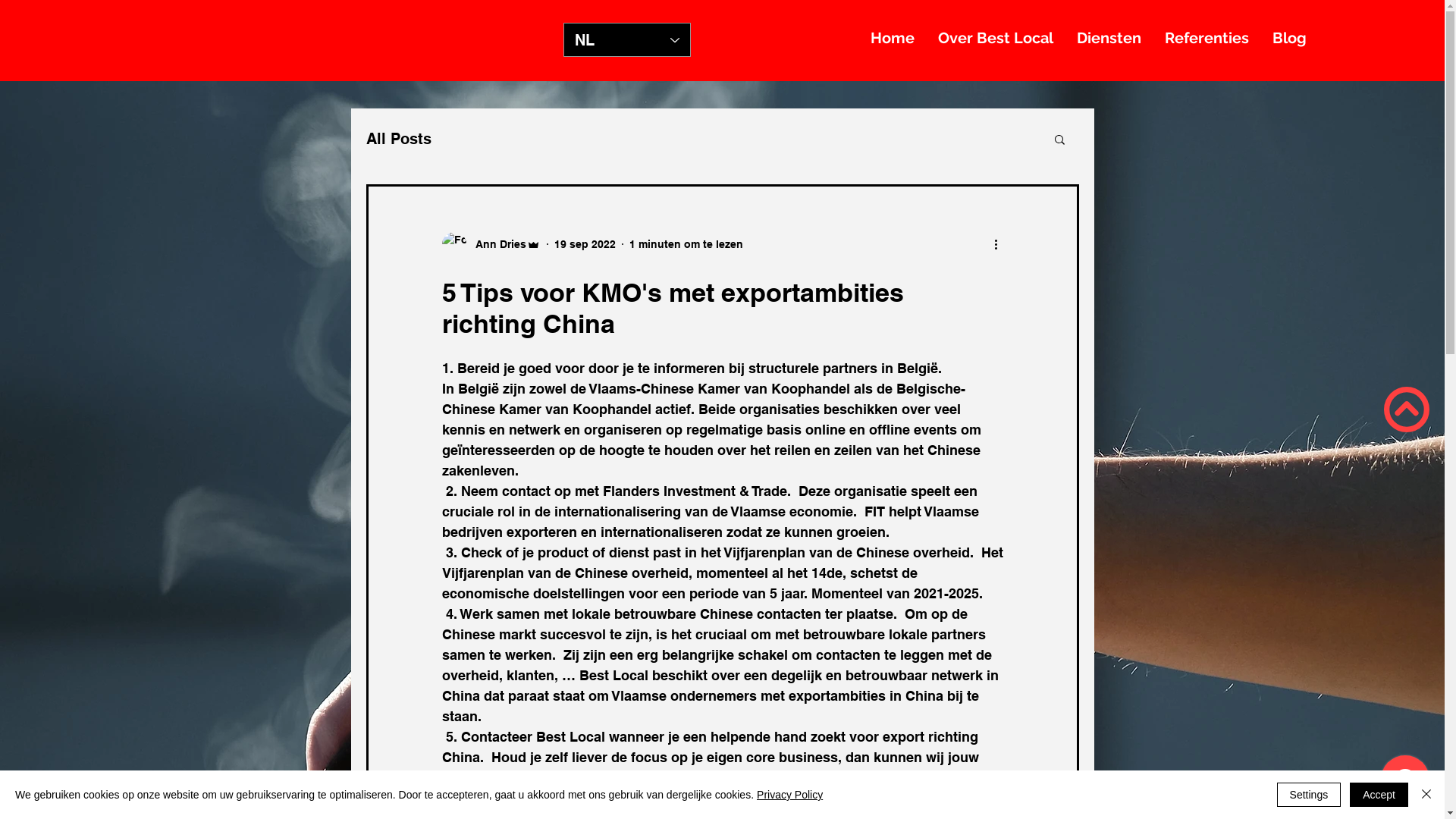 This screenshot has width=1456, height=819. I want to click on 'Accept', so click(1350, 794).